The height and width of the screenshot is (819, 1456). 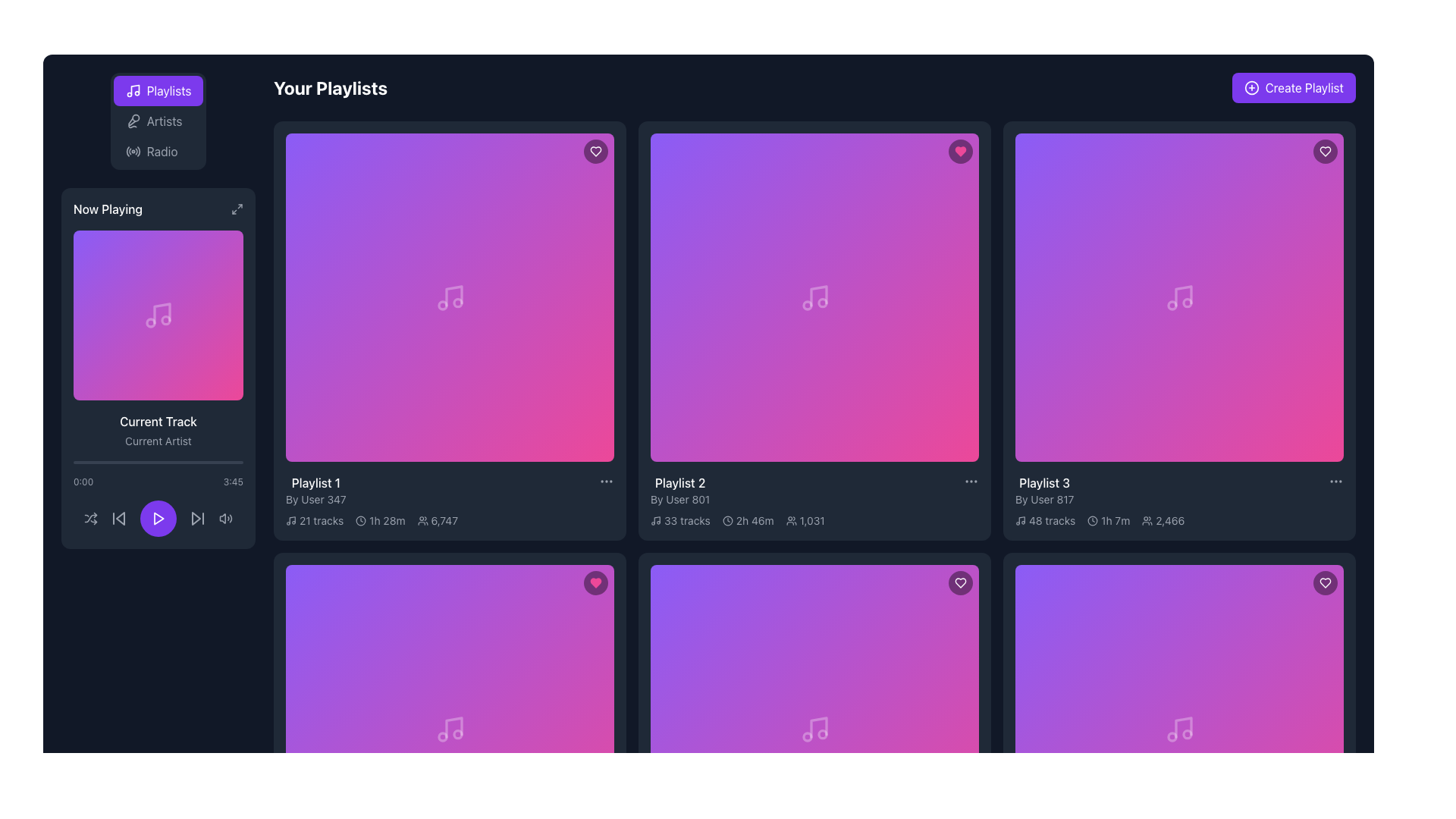 What do you see at coordinates (686, 519) in the screenshot?
I see `text label indicating the number of tracks available in 'Playlist 2', which is located below the playlist image box and to the right of the musical note icon` at bounding box center [686, 519].